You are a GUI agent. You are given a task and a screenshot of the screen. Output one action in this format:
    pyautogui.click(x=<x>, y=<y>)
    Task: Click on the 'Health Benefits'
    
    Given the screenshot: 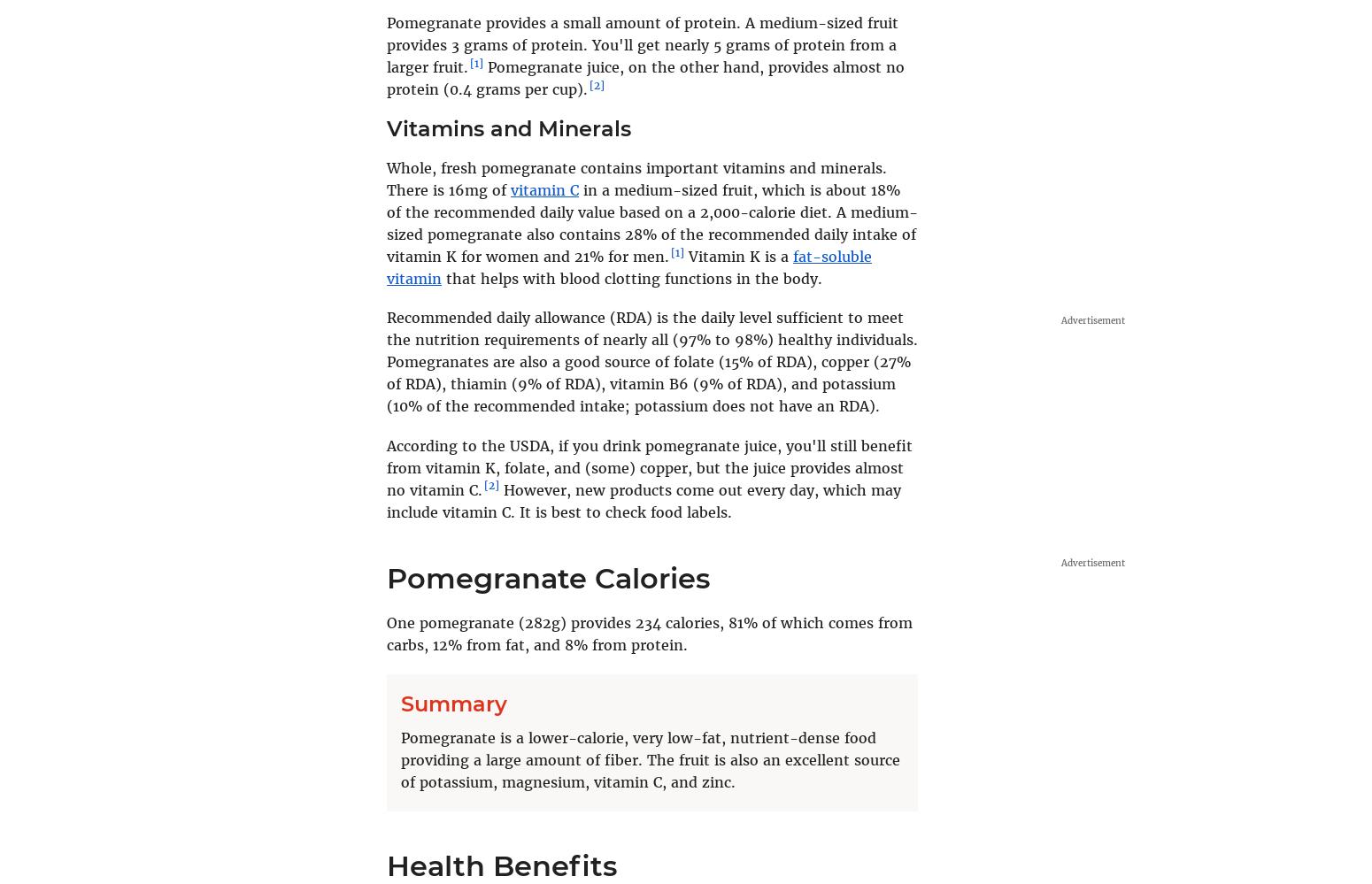 What is the action you would take?
    pyautogui.click(x=501, y=865)
    